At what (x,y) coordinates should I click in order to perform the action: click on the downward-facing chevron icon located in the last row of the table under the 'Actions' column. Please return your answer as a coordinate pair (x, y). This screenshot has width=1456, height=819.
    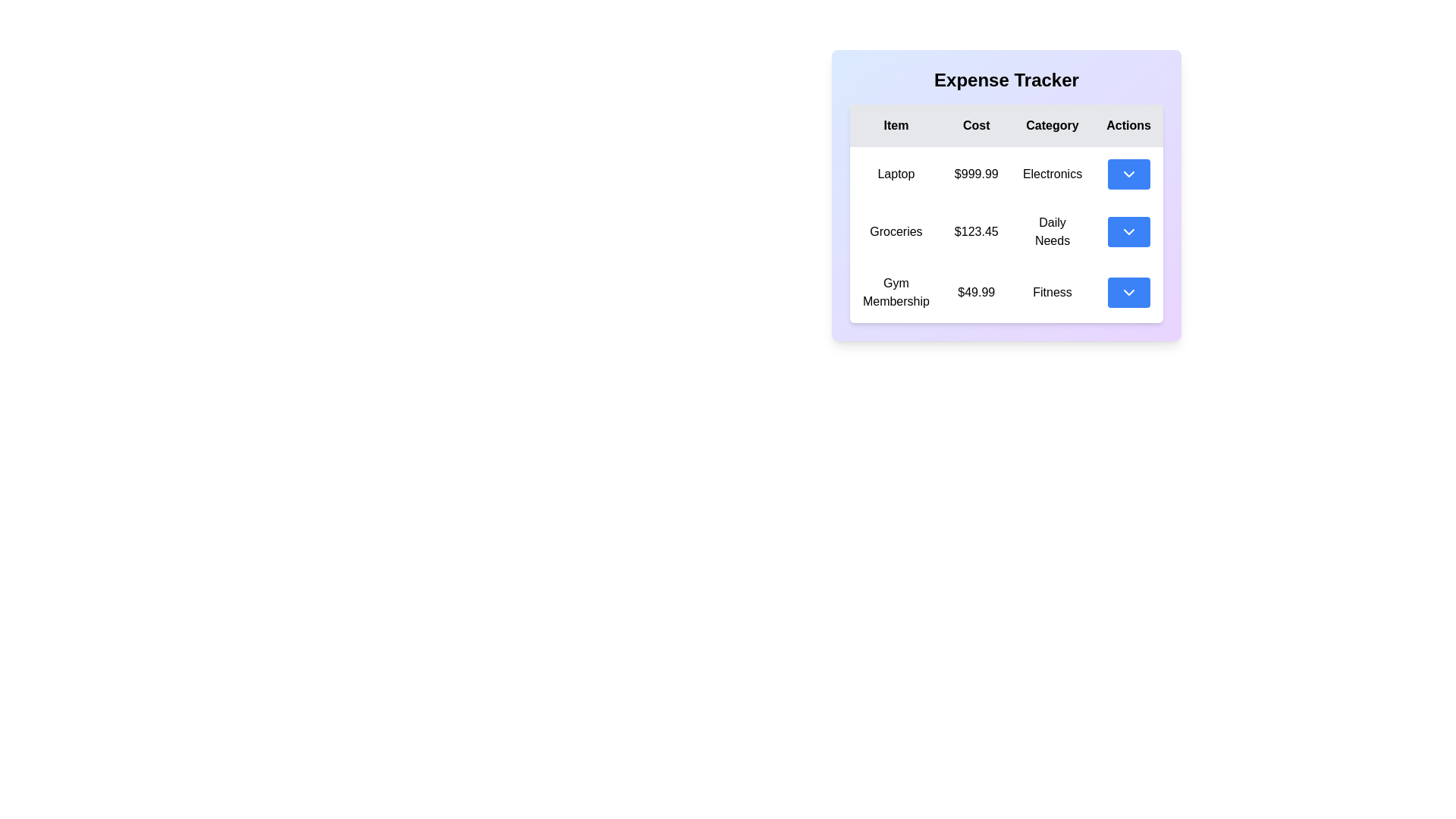
    Looking at the image, I should click on (1128, 292).